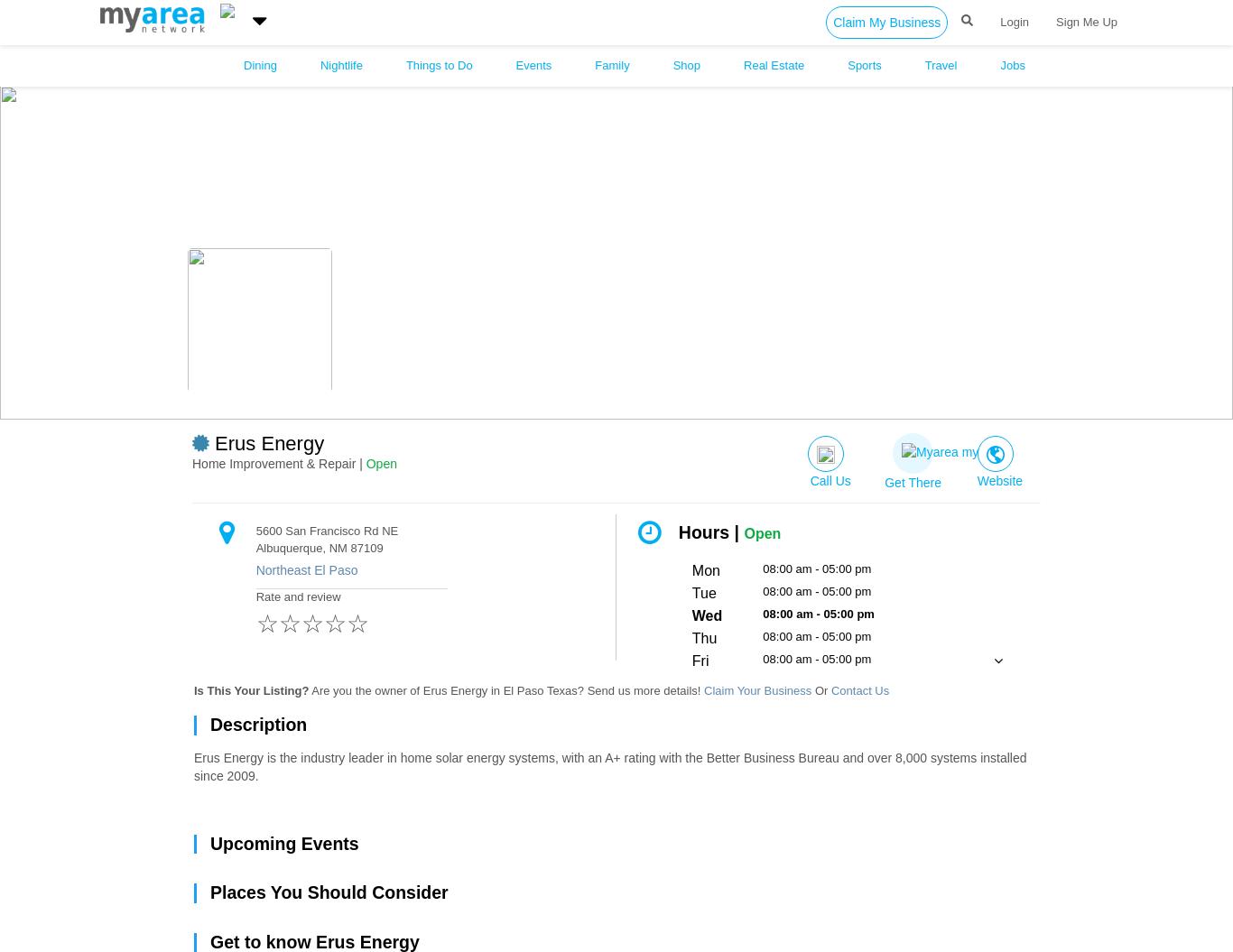  What do you see at coordinates (998, 64) in the screenshot?
I see `'Jobs'` at bounding box center [998, 64].